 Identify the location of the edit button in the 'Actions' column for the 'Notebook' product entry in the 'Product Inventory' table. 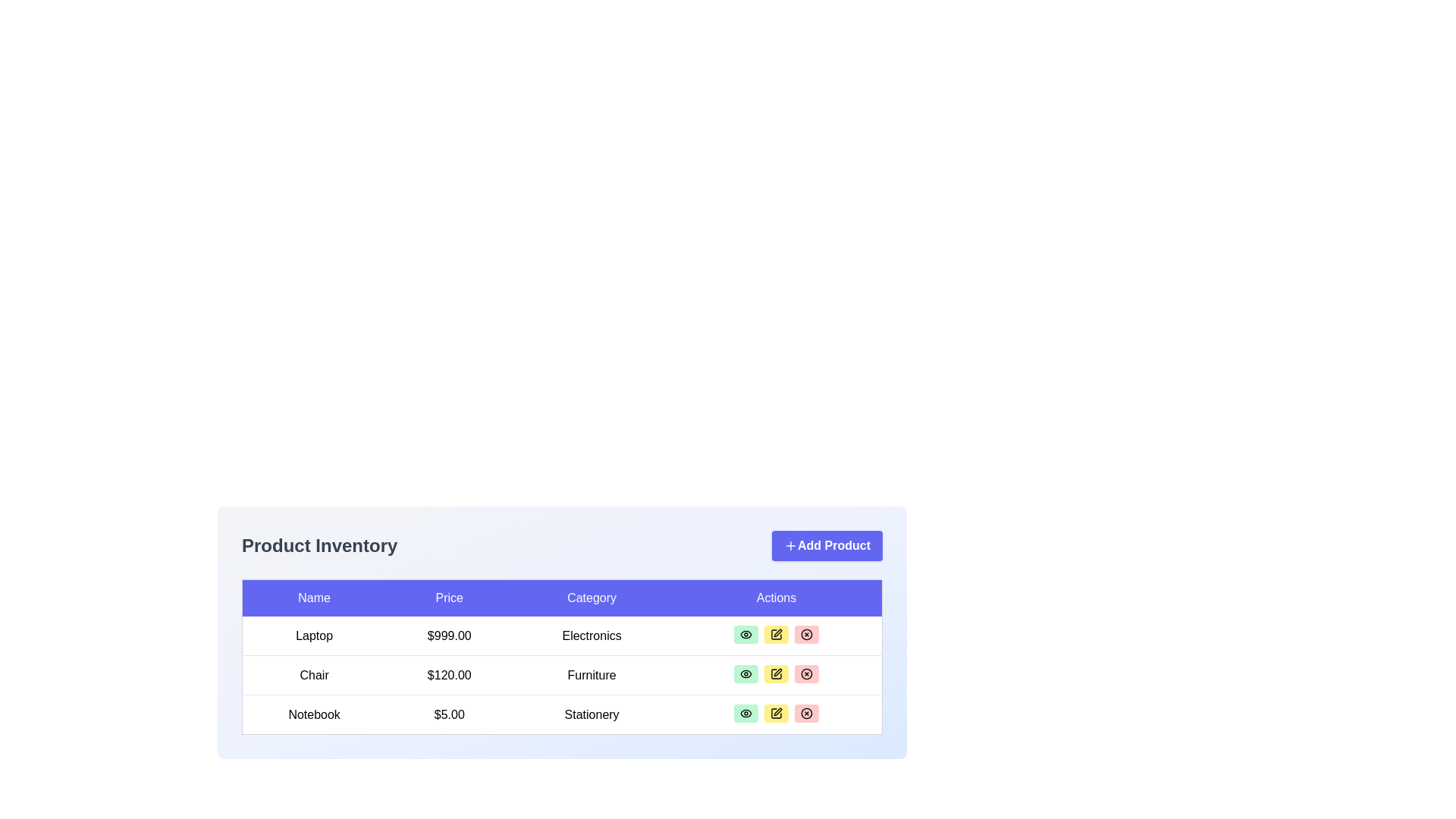
(777, 714).